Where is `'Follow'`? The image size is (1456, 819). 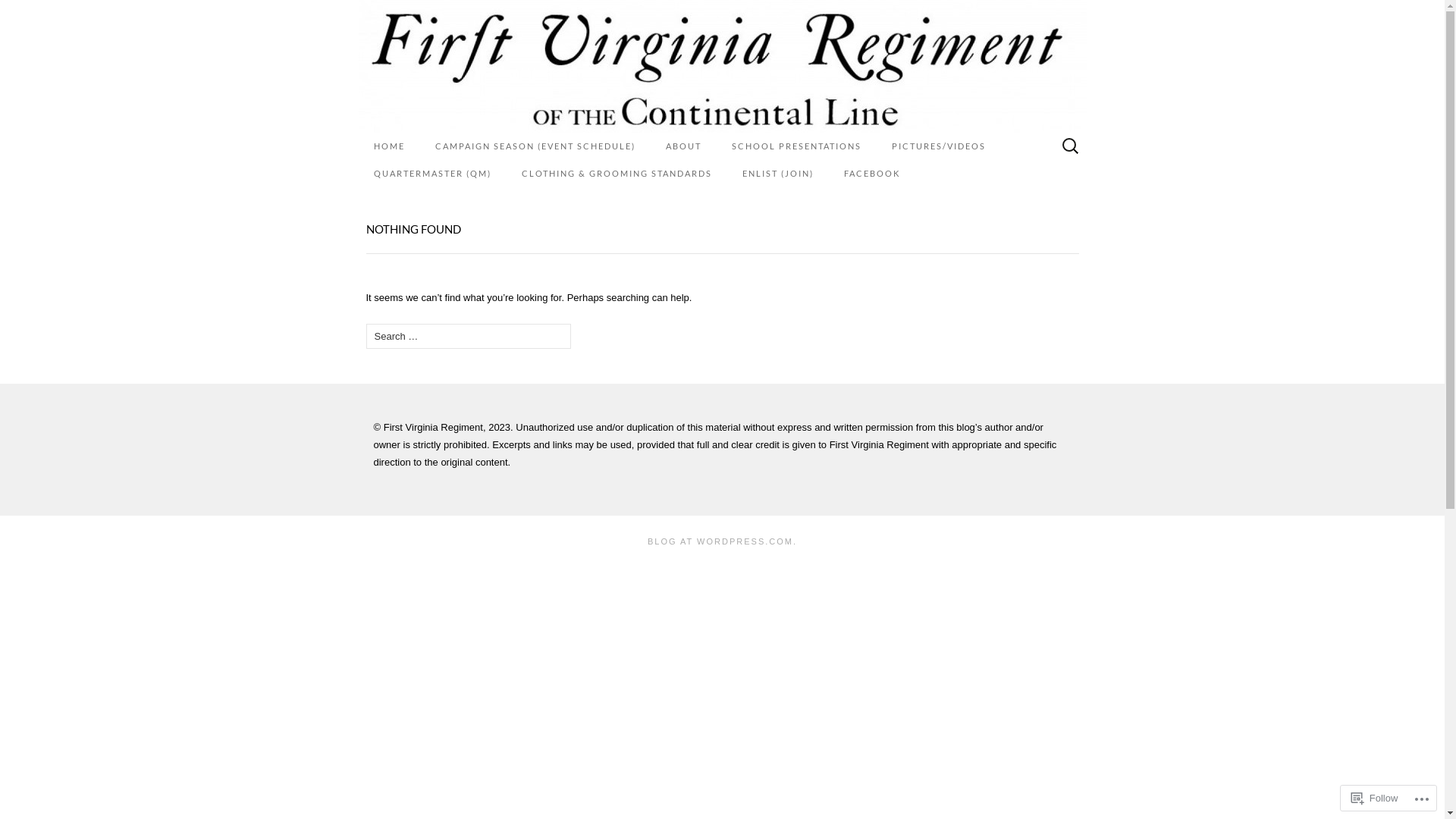
'Follow' is located at coordinates (1375, 797).